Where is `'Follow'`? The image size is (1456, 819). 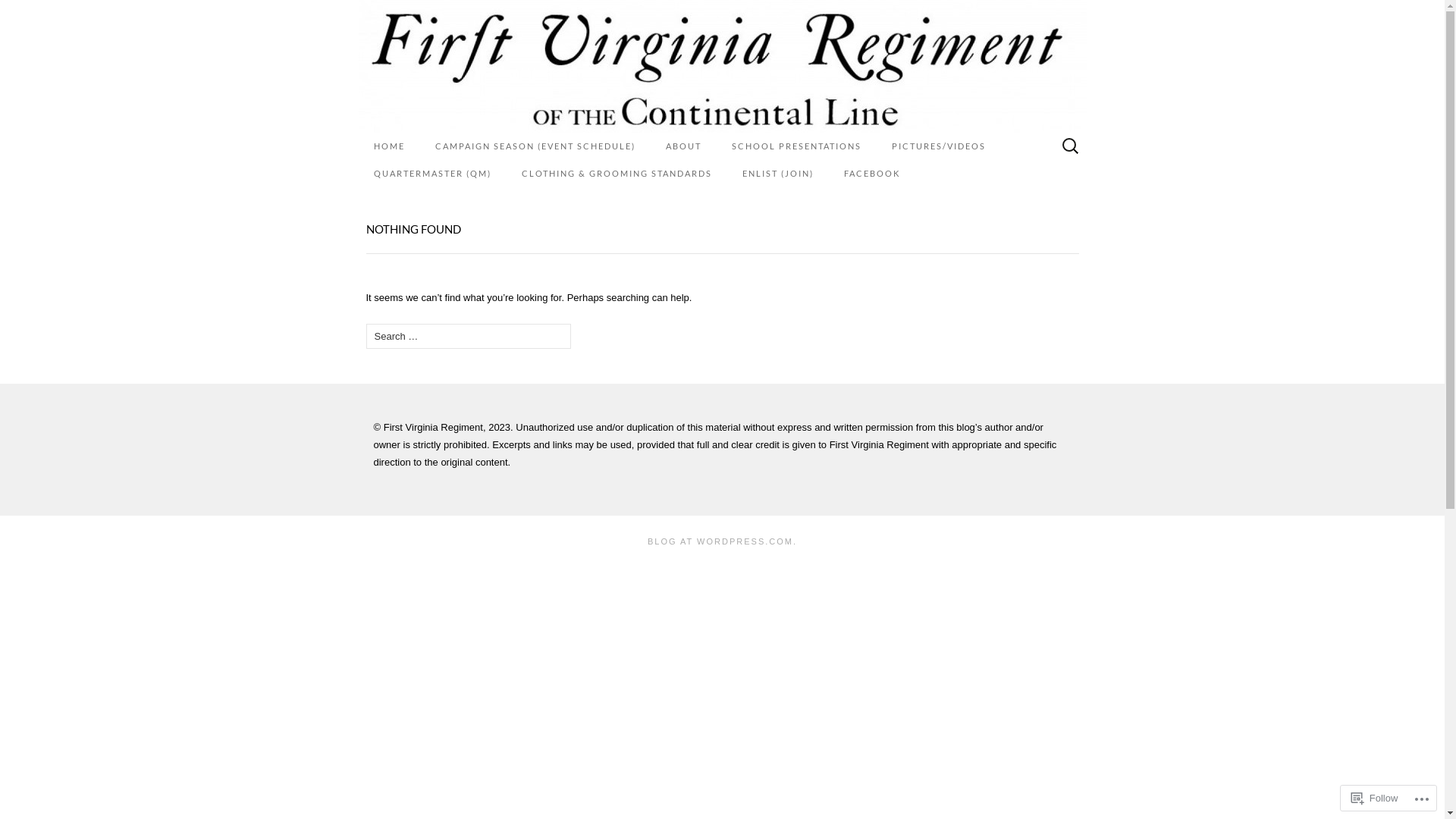
'Follow' is located at coordinates (1375, 797).